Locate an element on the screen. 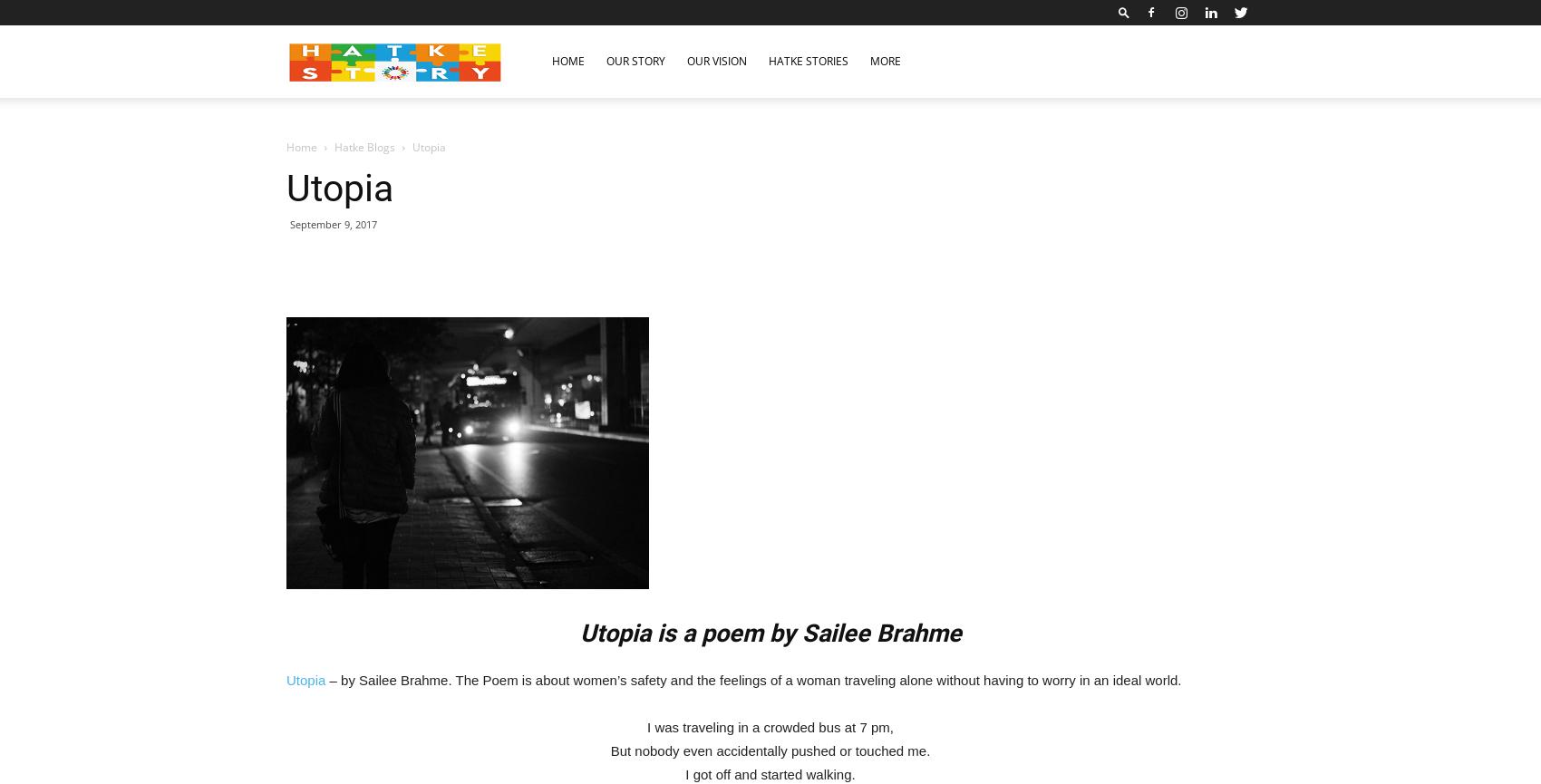 The image size is (1541, 784). 'I got off and started walking.' is located at coordinates (769, 773).